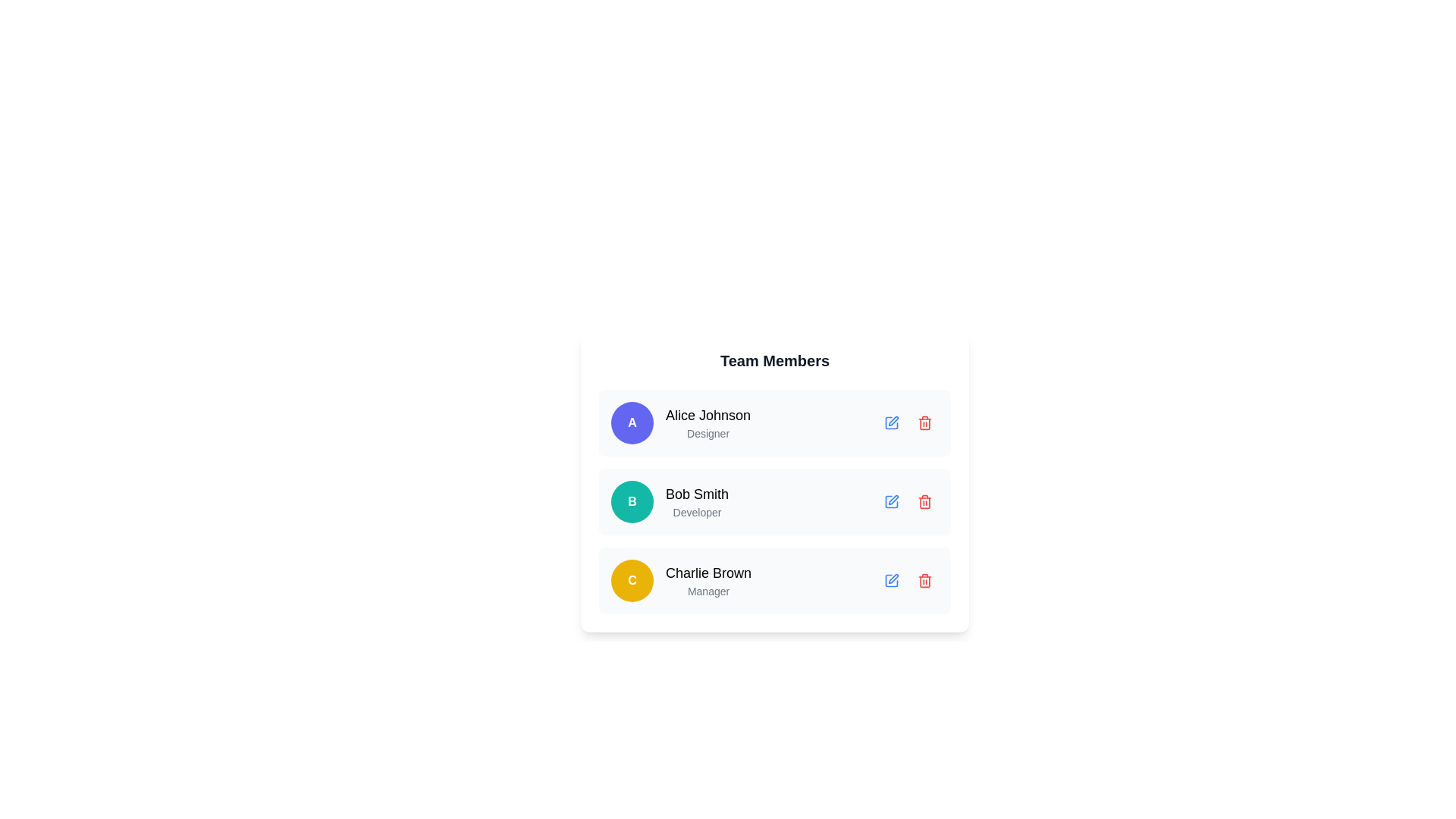  I want to click on the editing button for the 'Charlie Brown - Manager' entry, so click(892, 580).